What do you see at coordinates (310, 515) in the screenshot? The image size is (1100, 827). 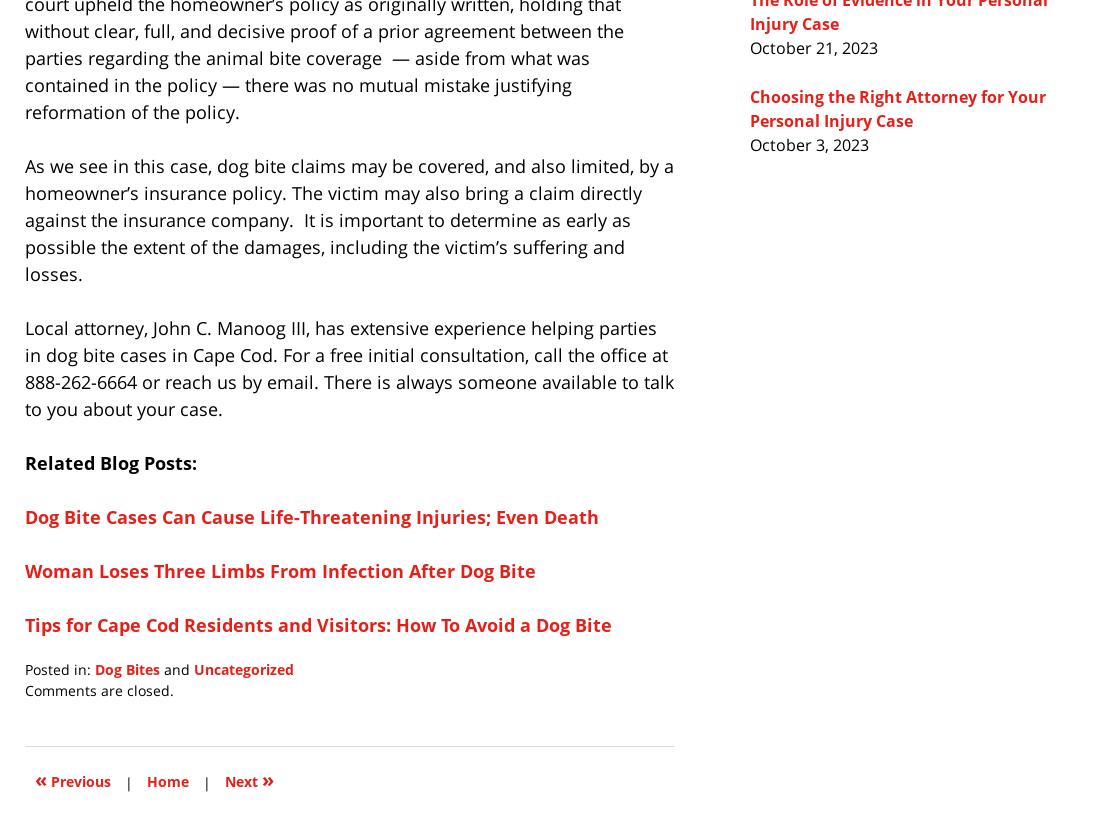 I see `'Dog Bite Cases Can Cause Life-Threatening Injuries; Even Death'` at bounding box center [310, 515].